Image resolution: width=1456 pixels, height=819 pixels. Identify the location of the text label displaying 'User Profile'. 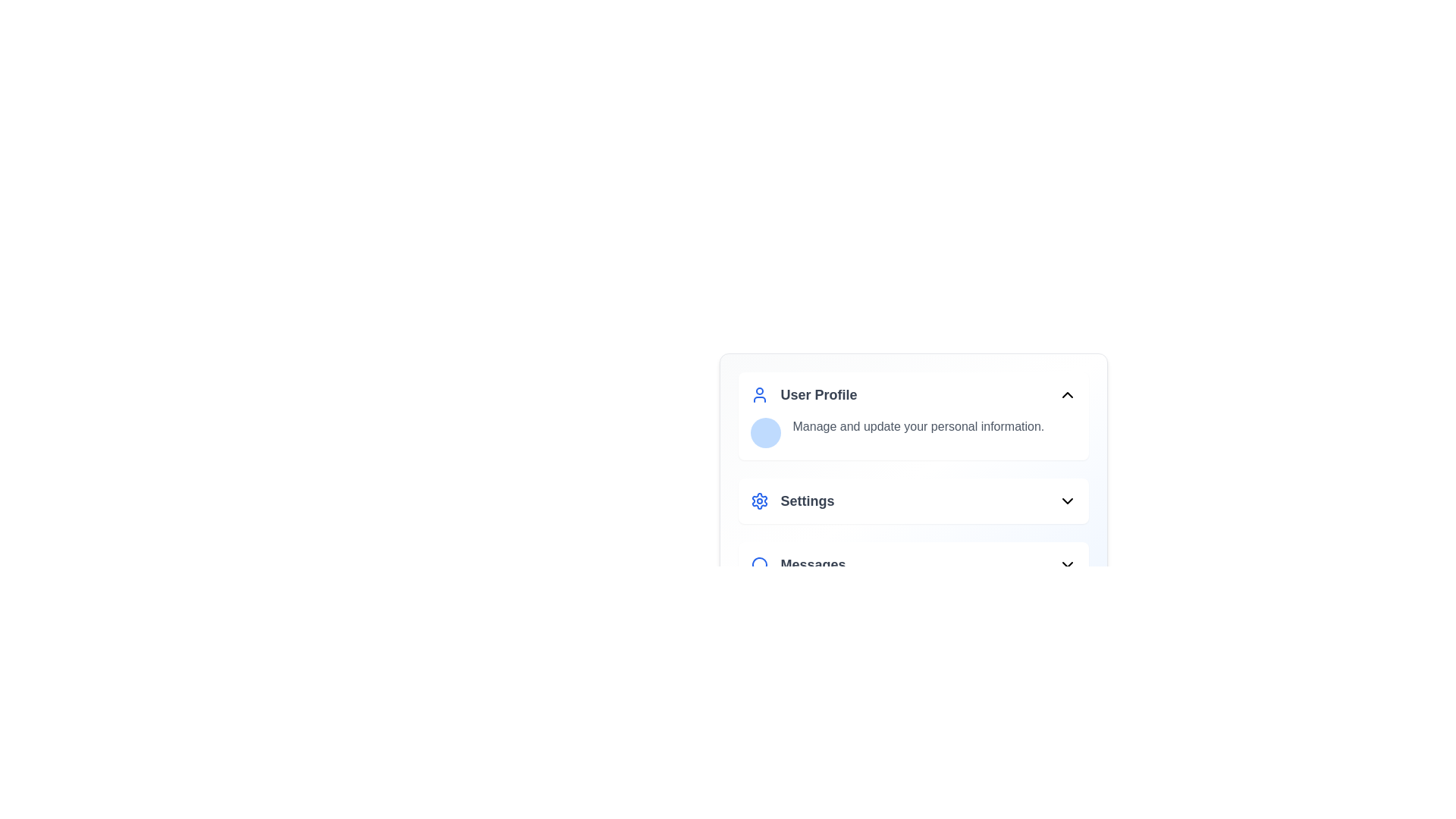
(803, 394).